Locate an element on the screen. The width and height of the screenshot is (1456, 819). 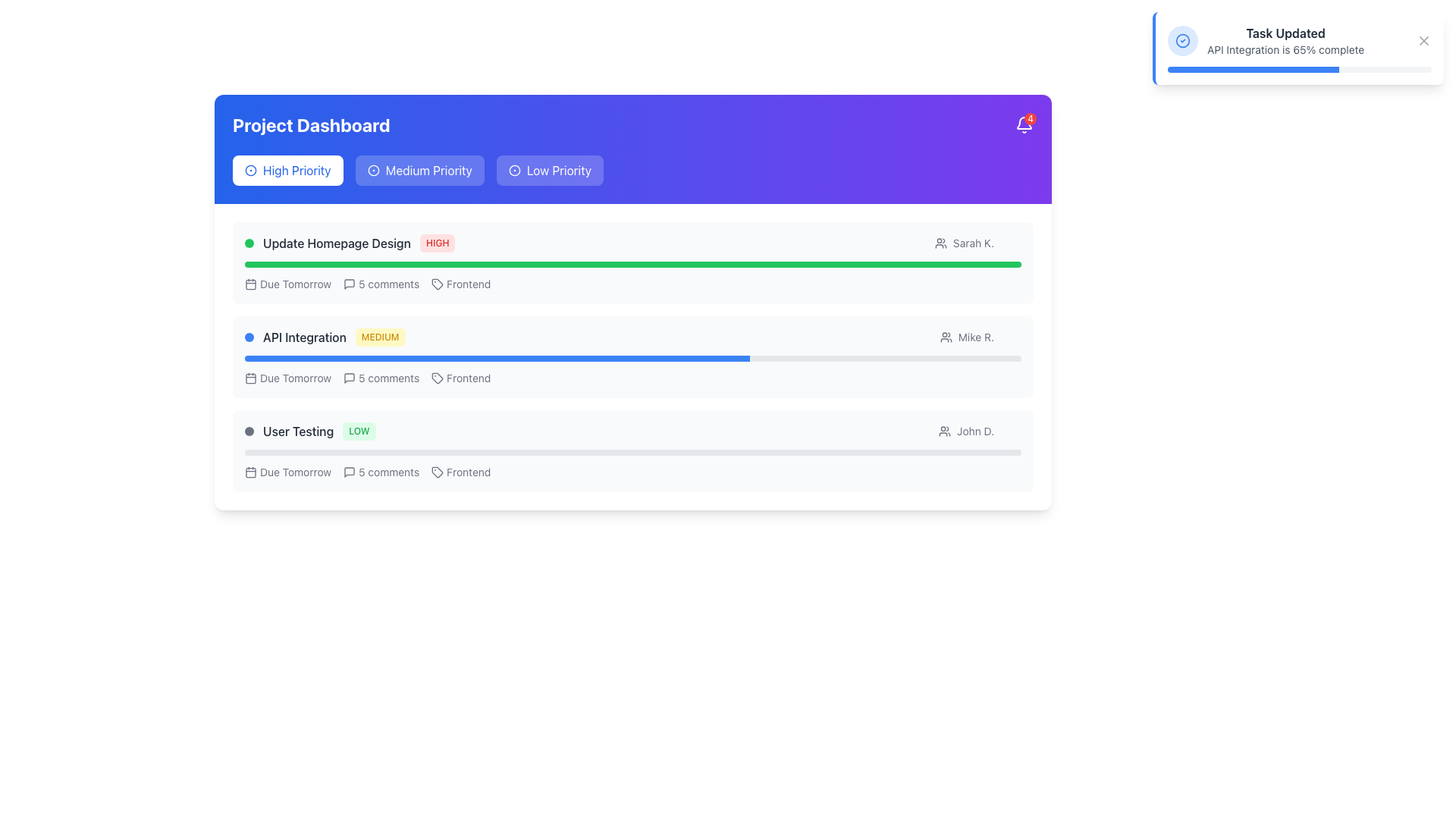
the progress visually on the horizontal progress bar with a light gray background and rounded edges, located in the 'User Testing' section, below the task details labeled with 'LOW' priority is located at coordinates (633, 452).